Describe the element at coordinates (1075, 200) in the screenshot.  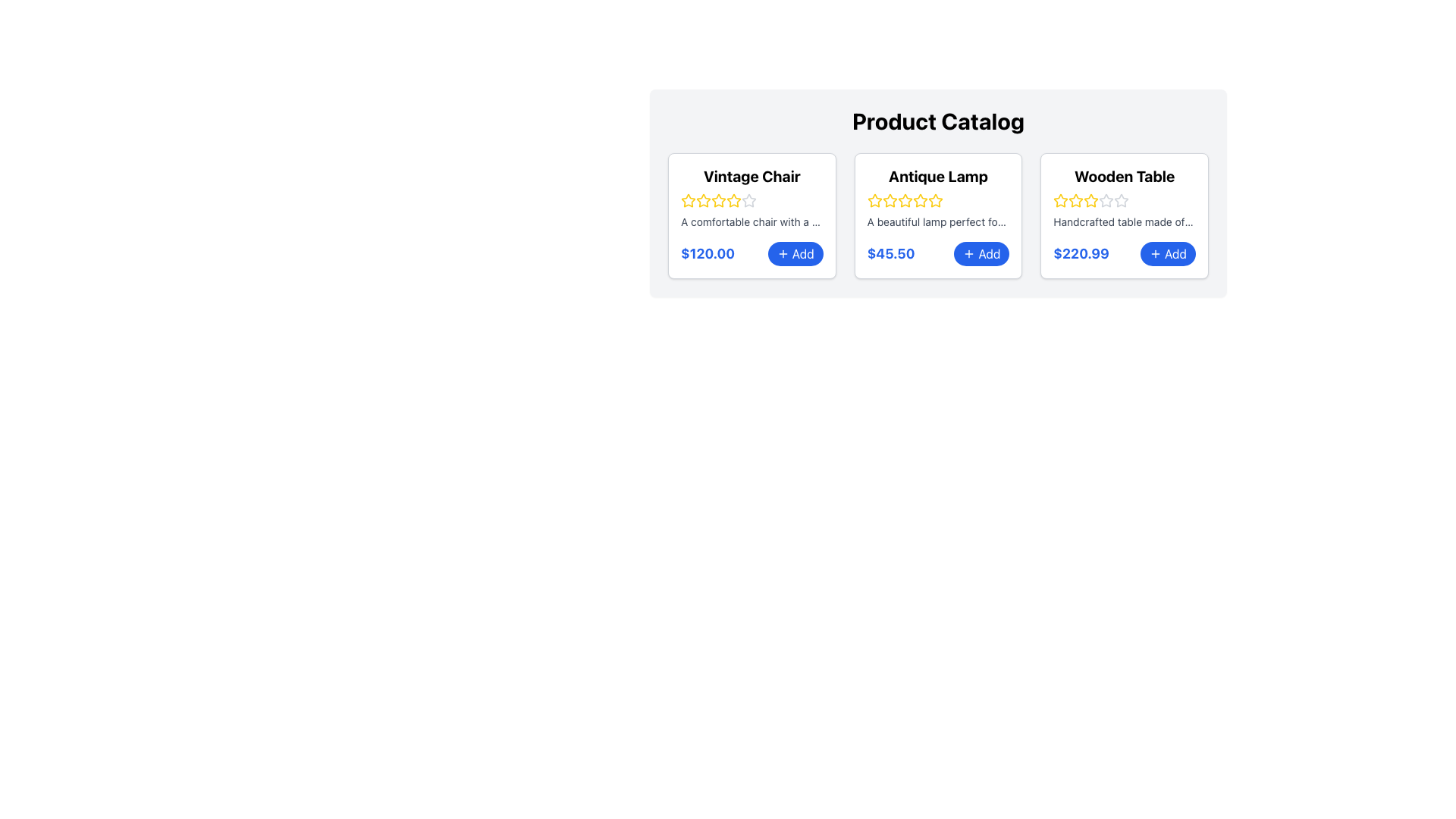
I see `the second filled star icon in the rating component for the Wooden Table product card in the Product Catalog` at that location.